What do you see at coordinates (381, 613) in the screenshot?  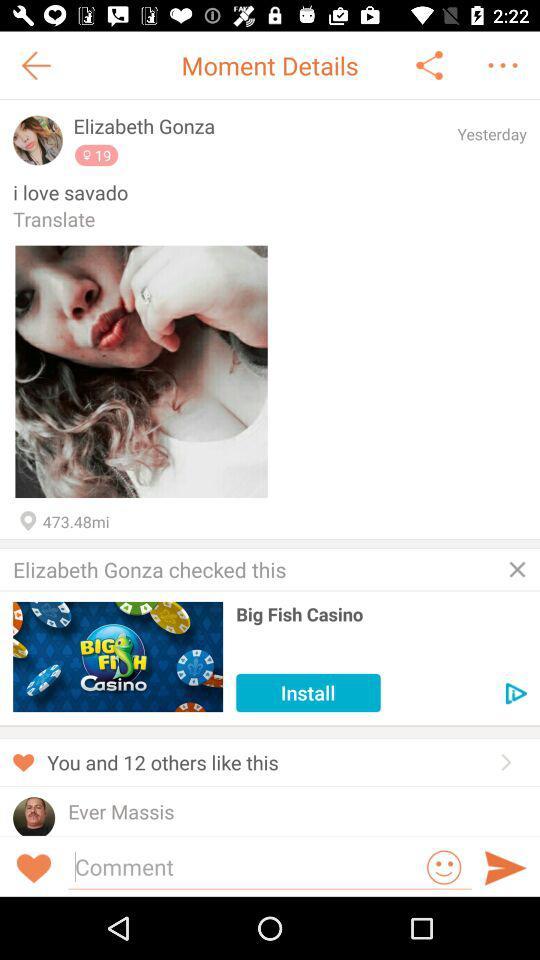 I see `the big fish casino icon` at bounding box center [381, 613].